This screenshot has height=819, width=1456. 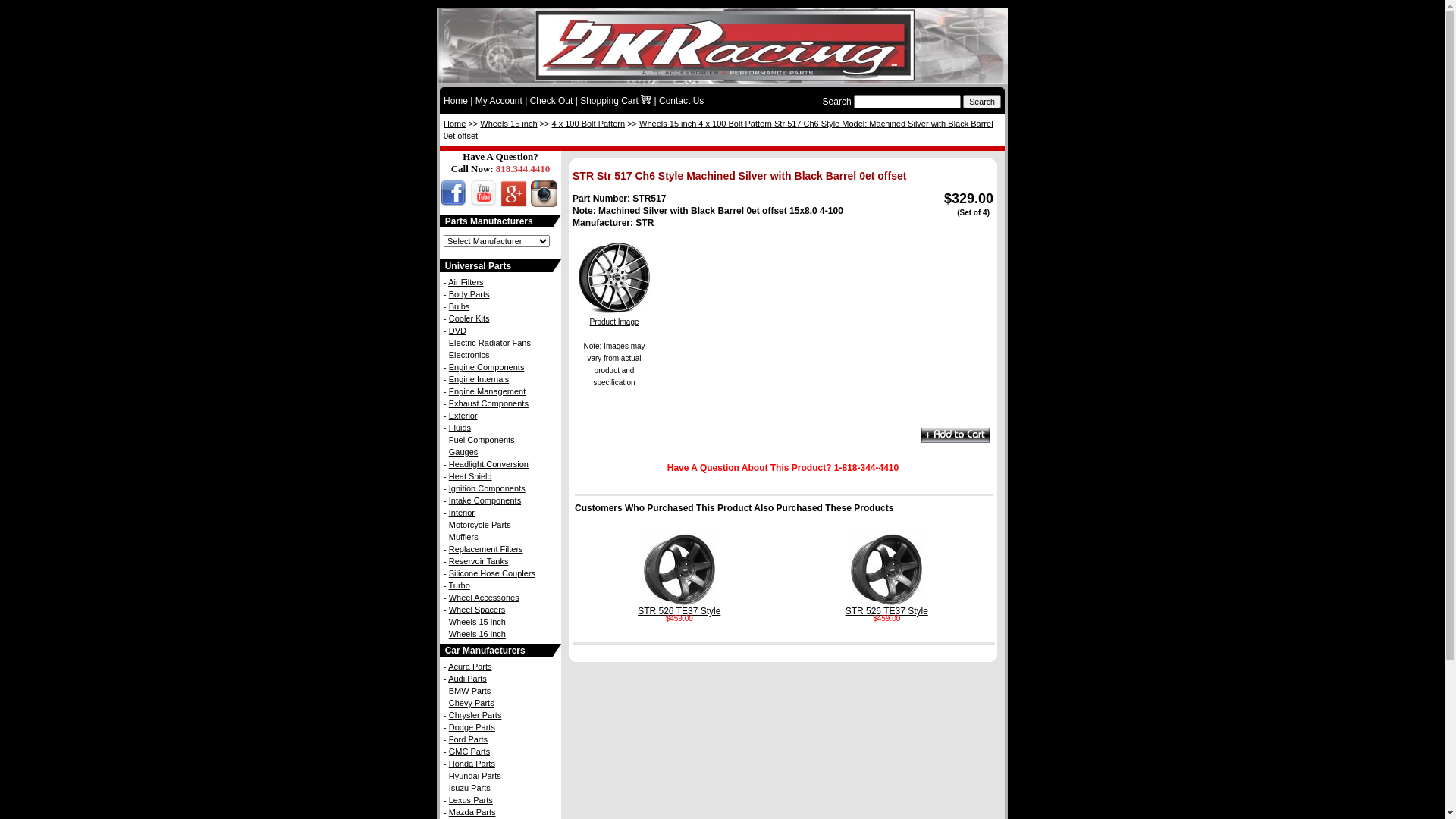 What do you see at coordinates (454, 100) in the screenshot?
I see `'Home'` at bounding box center [454, 100].